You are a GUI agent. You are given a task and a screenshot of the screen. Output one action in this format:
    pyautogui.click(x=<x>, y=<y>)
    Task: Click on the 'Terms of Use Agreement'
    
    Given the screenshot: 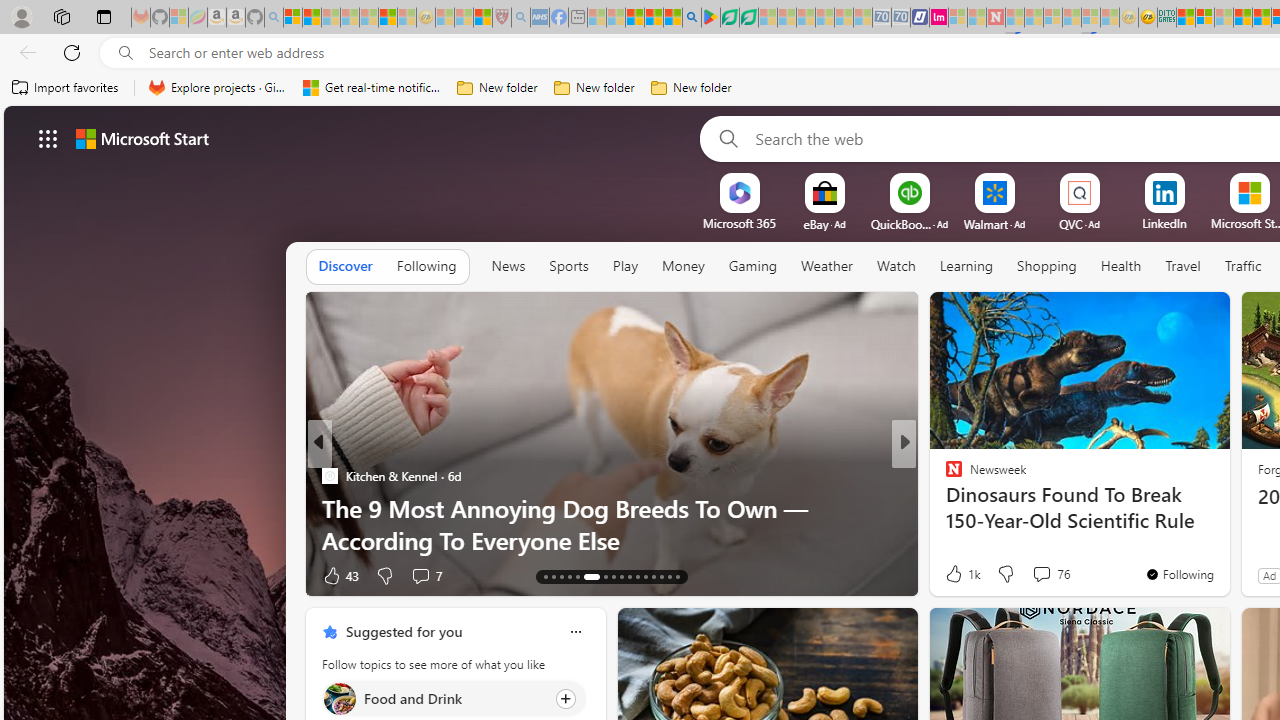 What is the action you would take?
    pyautogui.click(x=728, y=17)
    